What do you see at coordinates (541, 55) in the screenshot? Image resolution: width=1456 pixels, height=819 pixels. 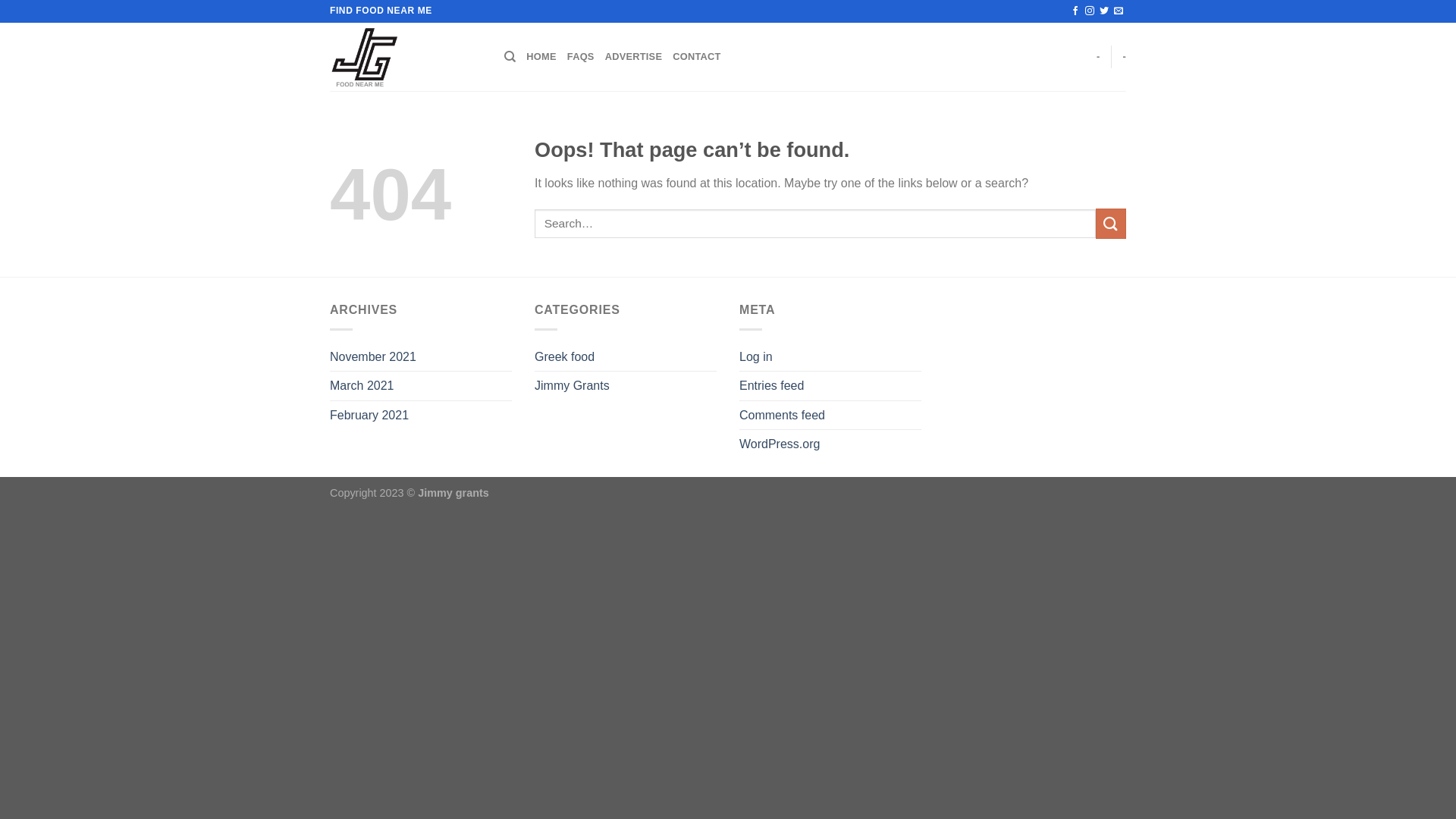 I see `'HOME'` at bounding box center [541, 55].